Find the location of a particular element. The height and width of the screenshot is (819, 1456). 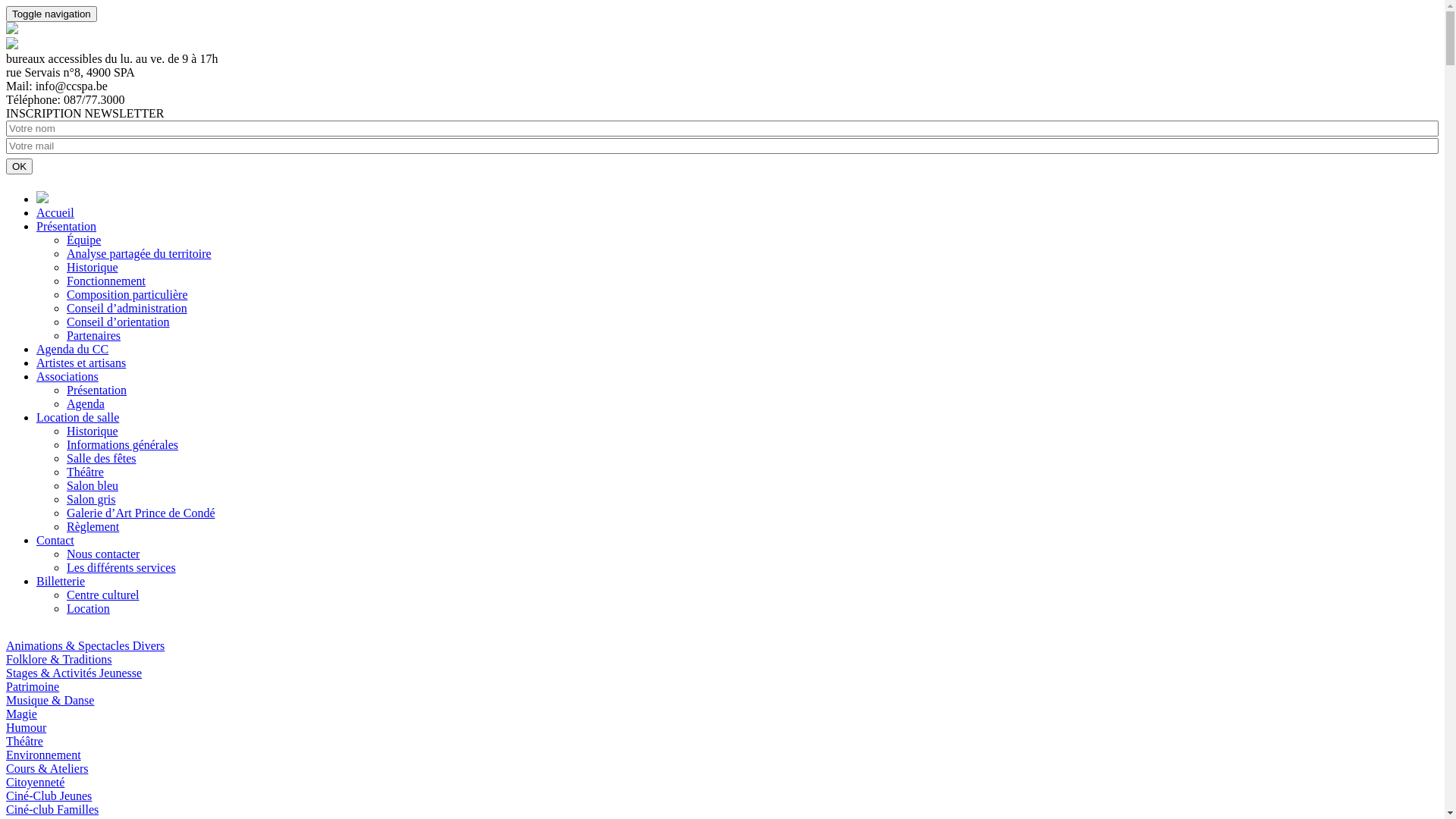

'CENTRE CULTUREL SPA-JALHAY-STOUMONT' is located at coordinates (6, 30).